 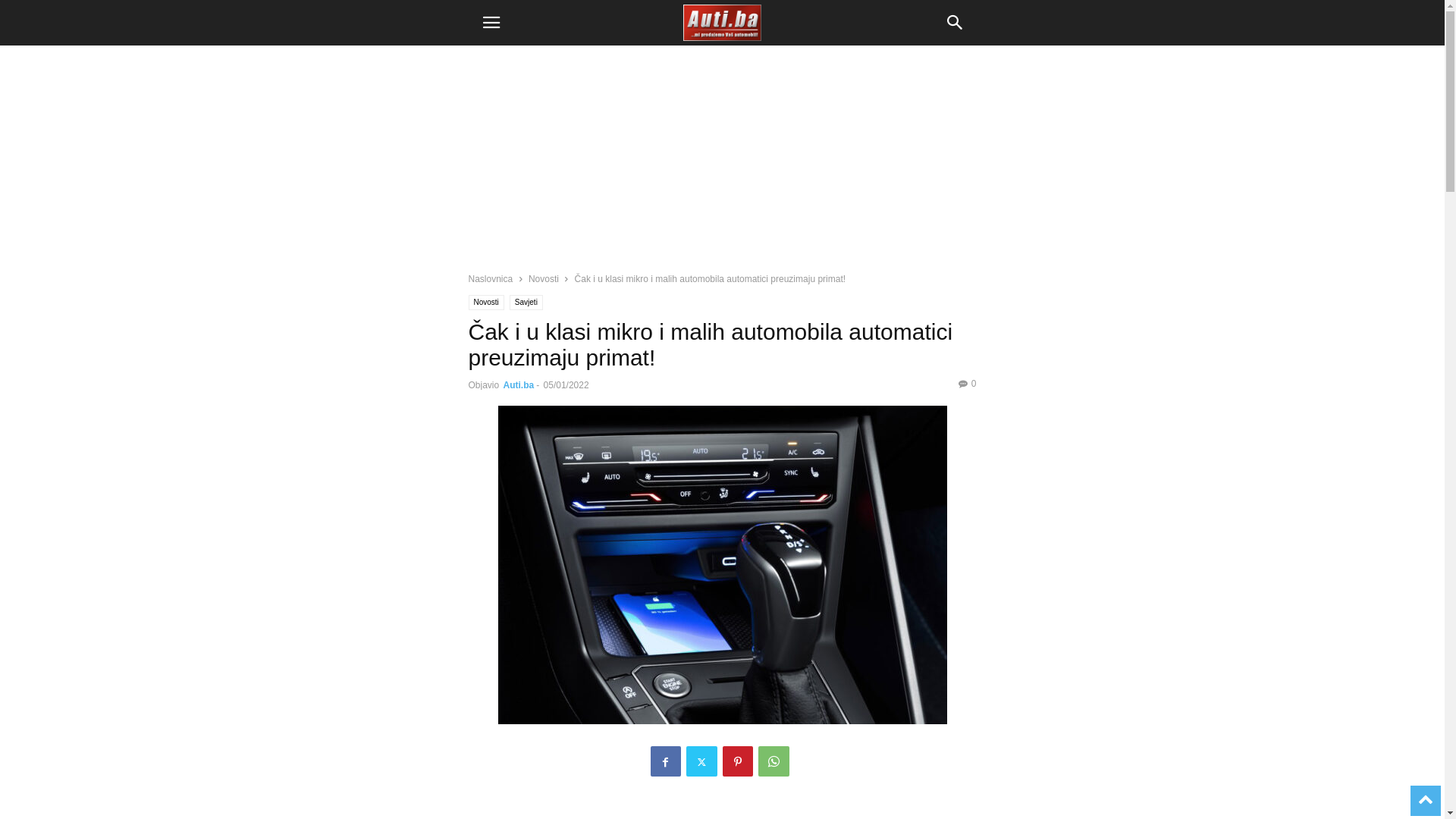 I want to click on 'Novosti', so click(x=543, y=278).